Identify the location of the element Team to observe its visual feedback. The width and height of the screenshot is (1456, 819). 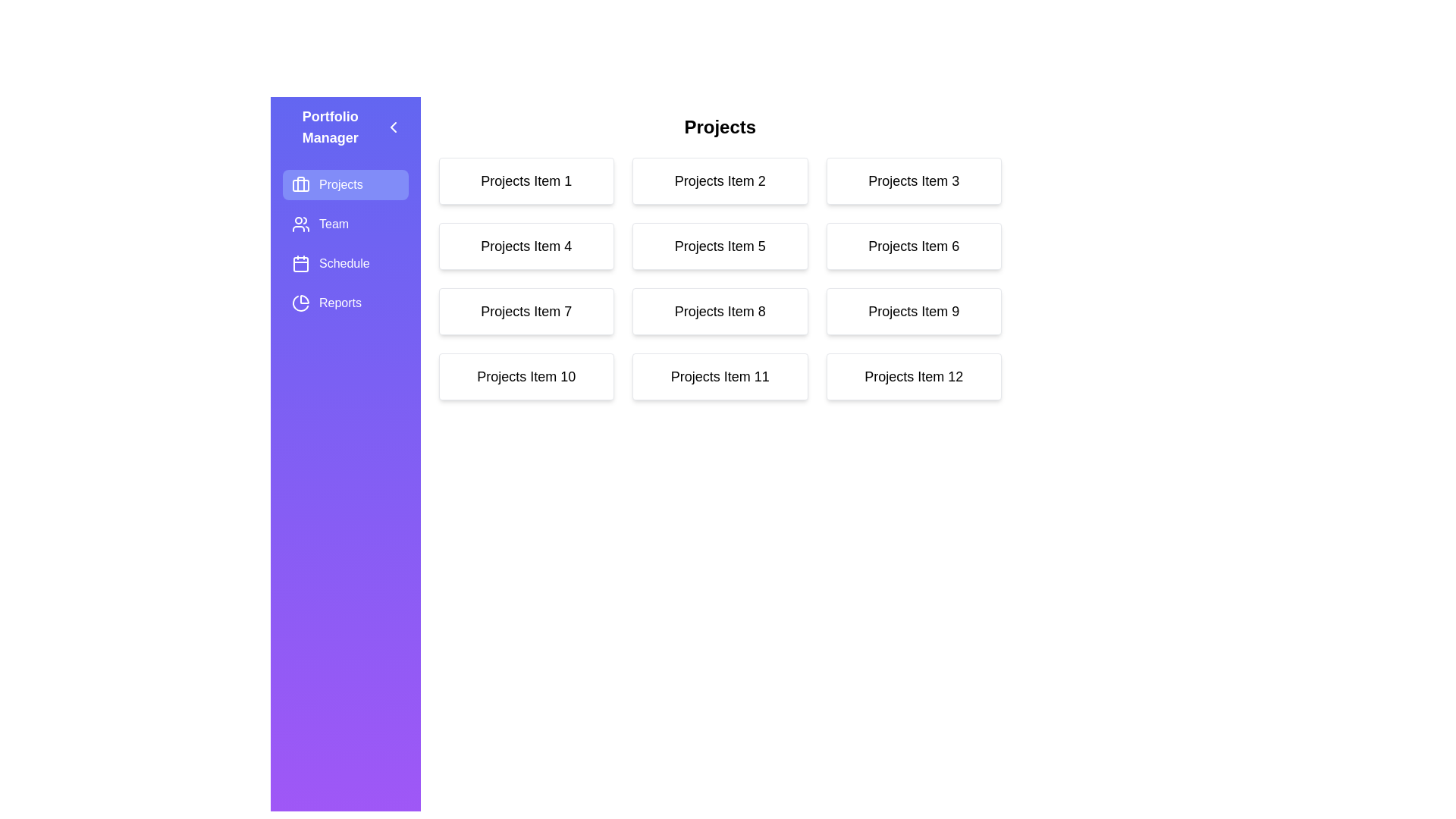
(344, 224).